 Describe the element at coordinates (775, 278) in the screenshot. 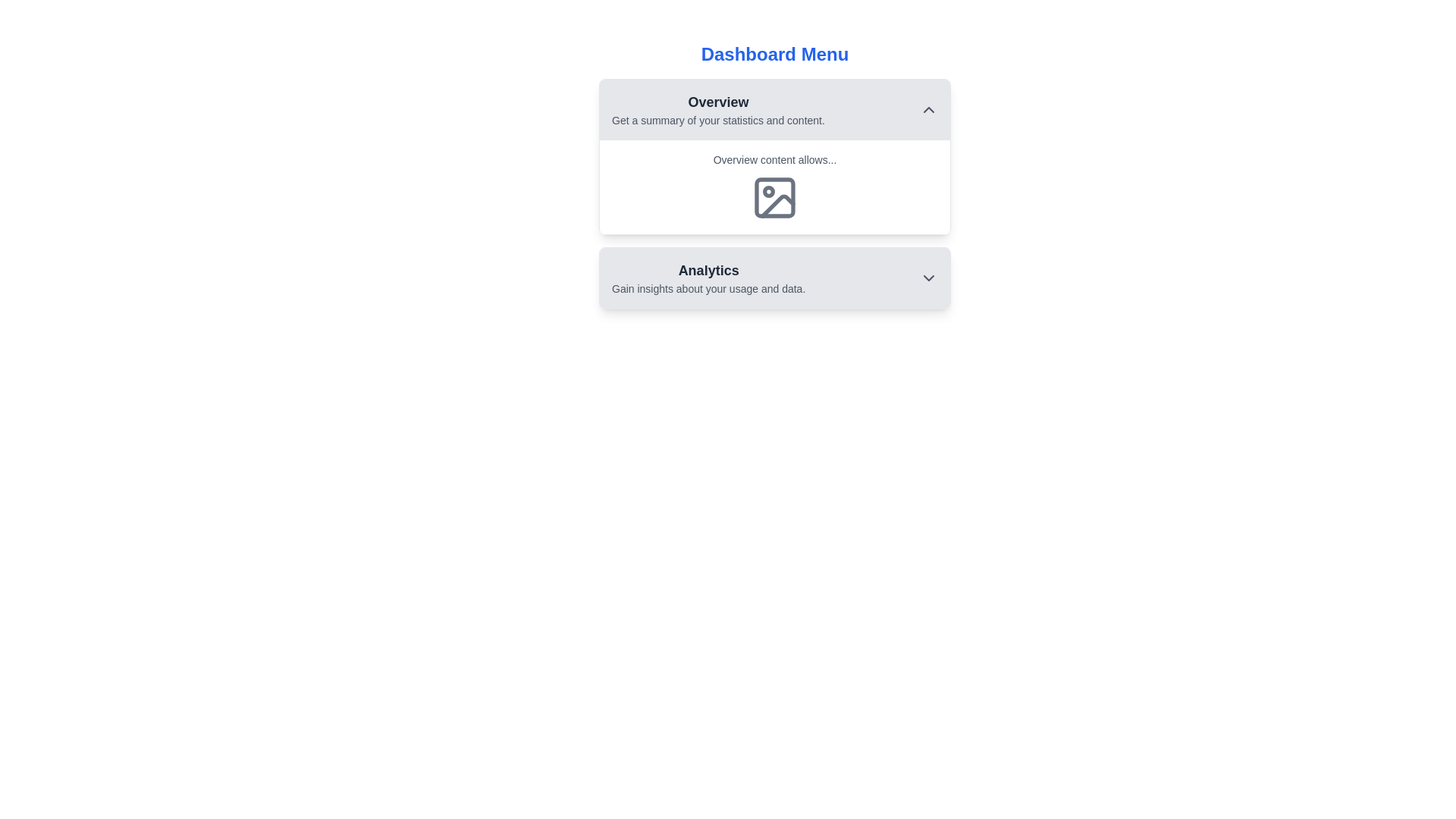

I see `the 'Analytics' section header with expandable functionality` at that location.